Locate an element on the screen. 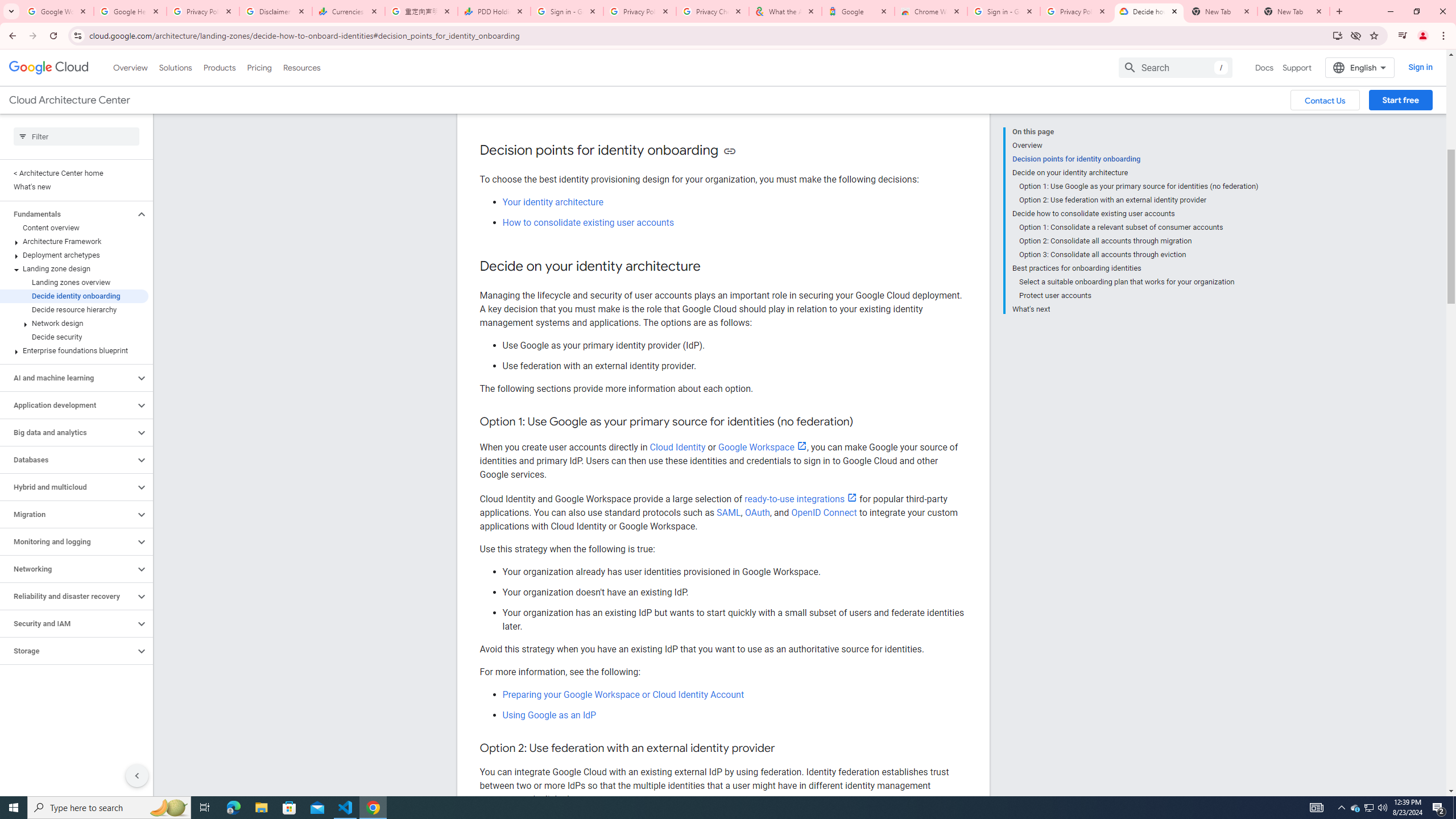 This screenshot has height=819, width=1456. 'Sign in - Google Accounts' is located at coordinates (1004, 11).